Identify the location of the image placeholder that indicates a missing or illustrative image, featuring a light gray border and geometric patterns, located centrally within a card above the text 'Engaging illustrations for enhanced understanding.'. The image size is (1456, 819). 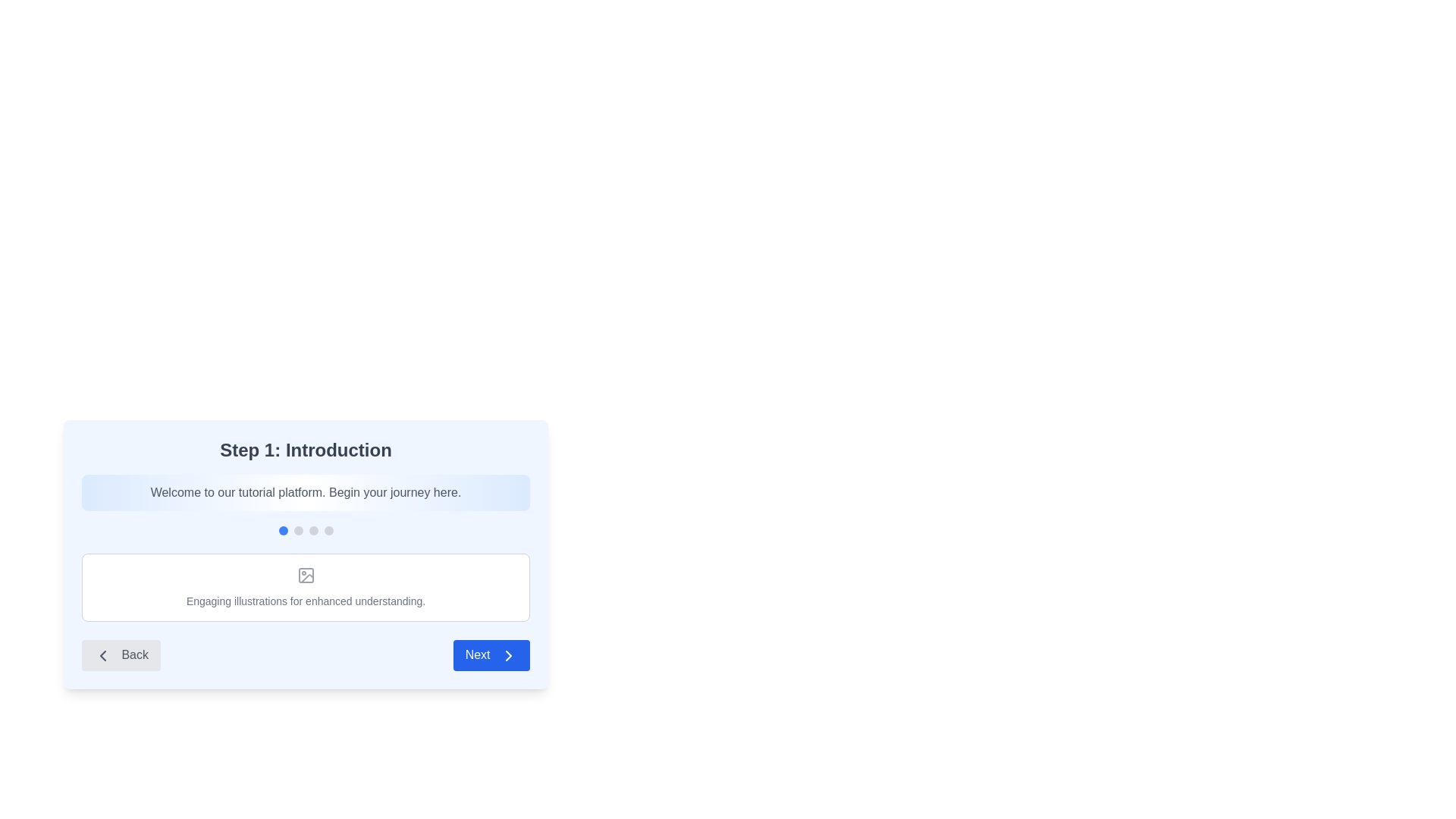
(305, 576).